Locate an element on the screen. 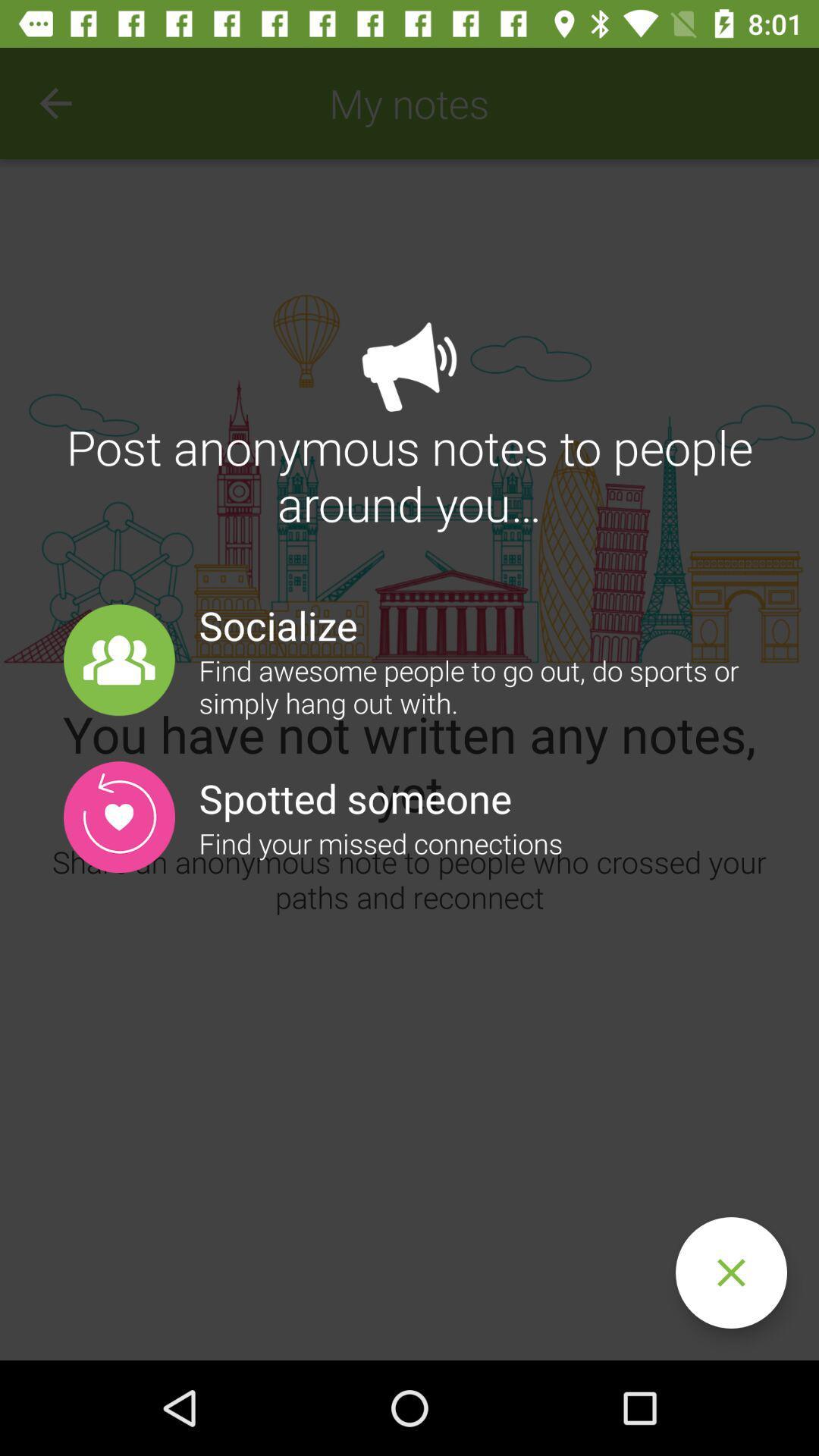 This screenshot has width=819, height=1456. screen is located at coordinates (730, 1272).